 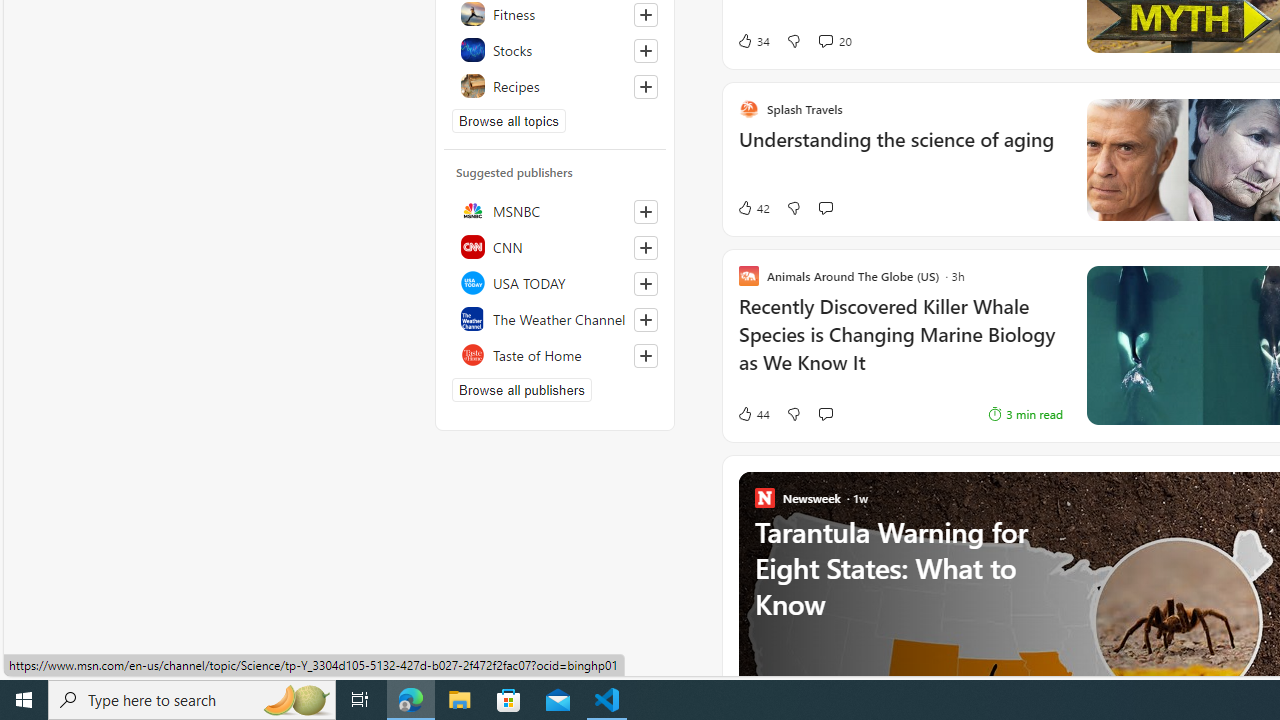 I want to click on 'The Weather Channel', so click(x=555, y=317).